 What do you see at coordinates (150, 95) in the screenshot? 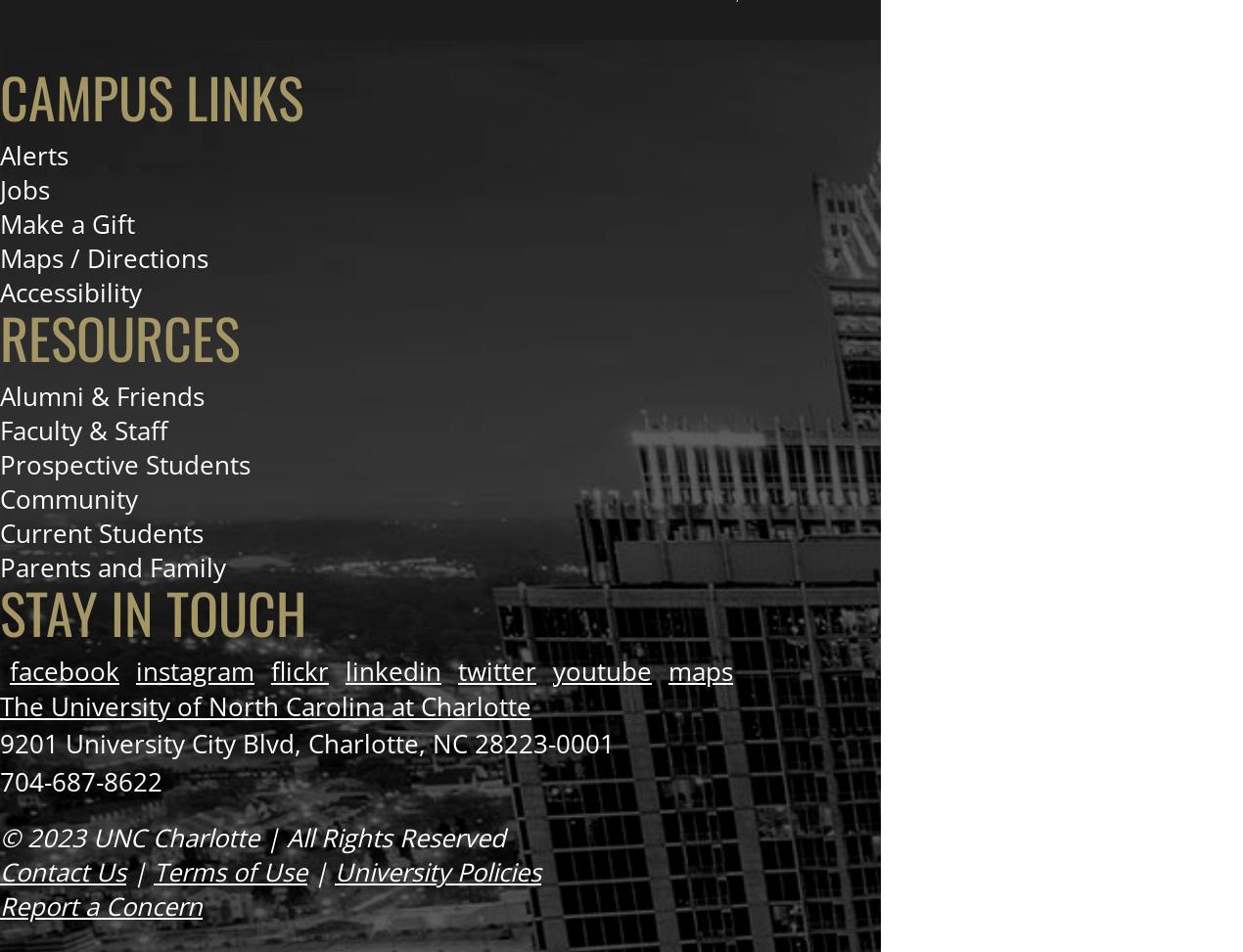
I see `'Campus Links'` at bounding box center [150, 95].